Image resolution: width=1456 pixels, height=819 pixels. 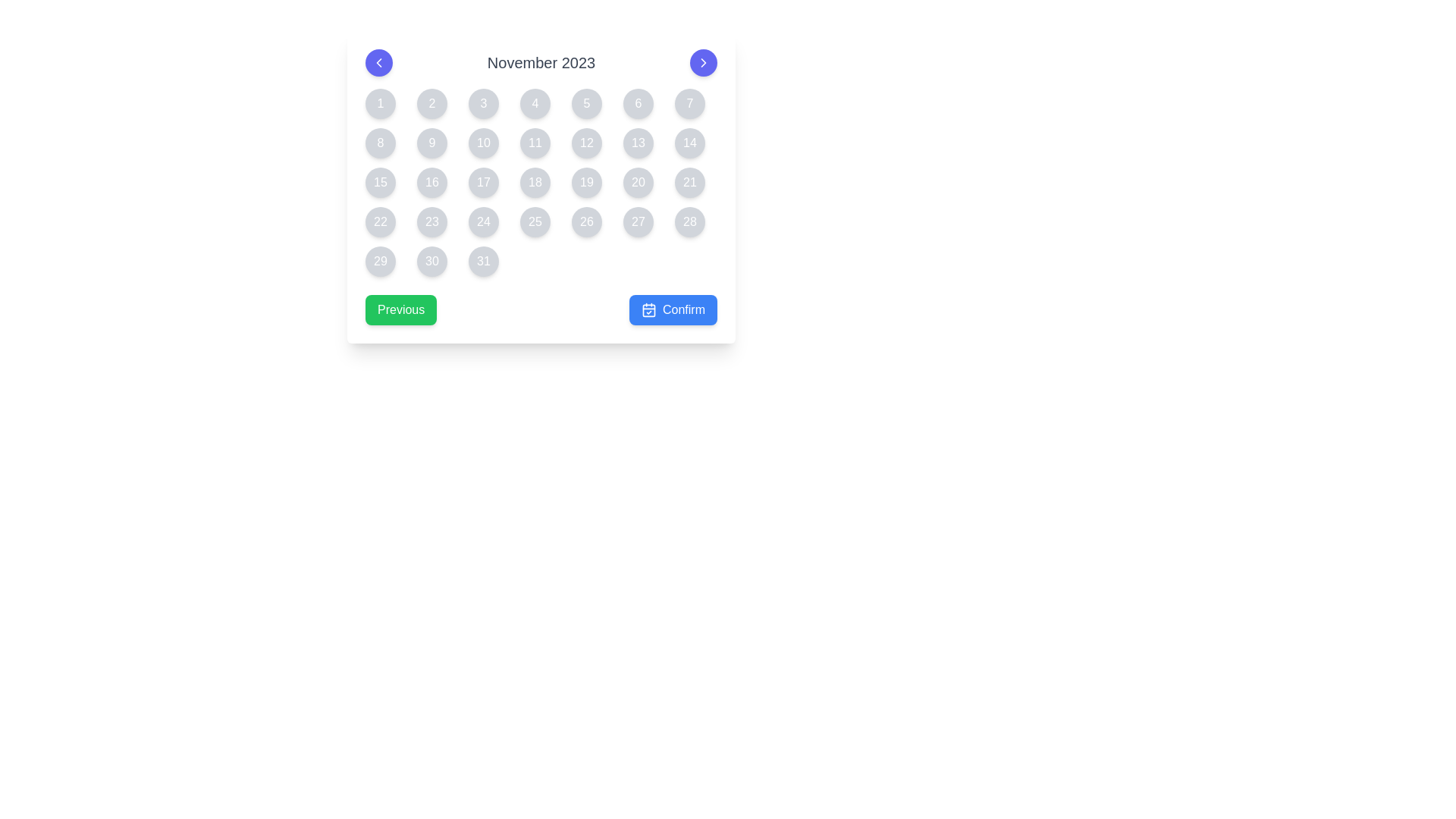 I want to click on the button that navigates to the previous month in the calendar interface, located adjacent to the 'November 2023' text element, so click(x=378, y=62).